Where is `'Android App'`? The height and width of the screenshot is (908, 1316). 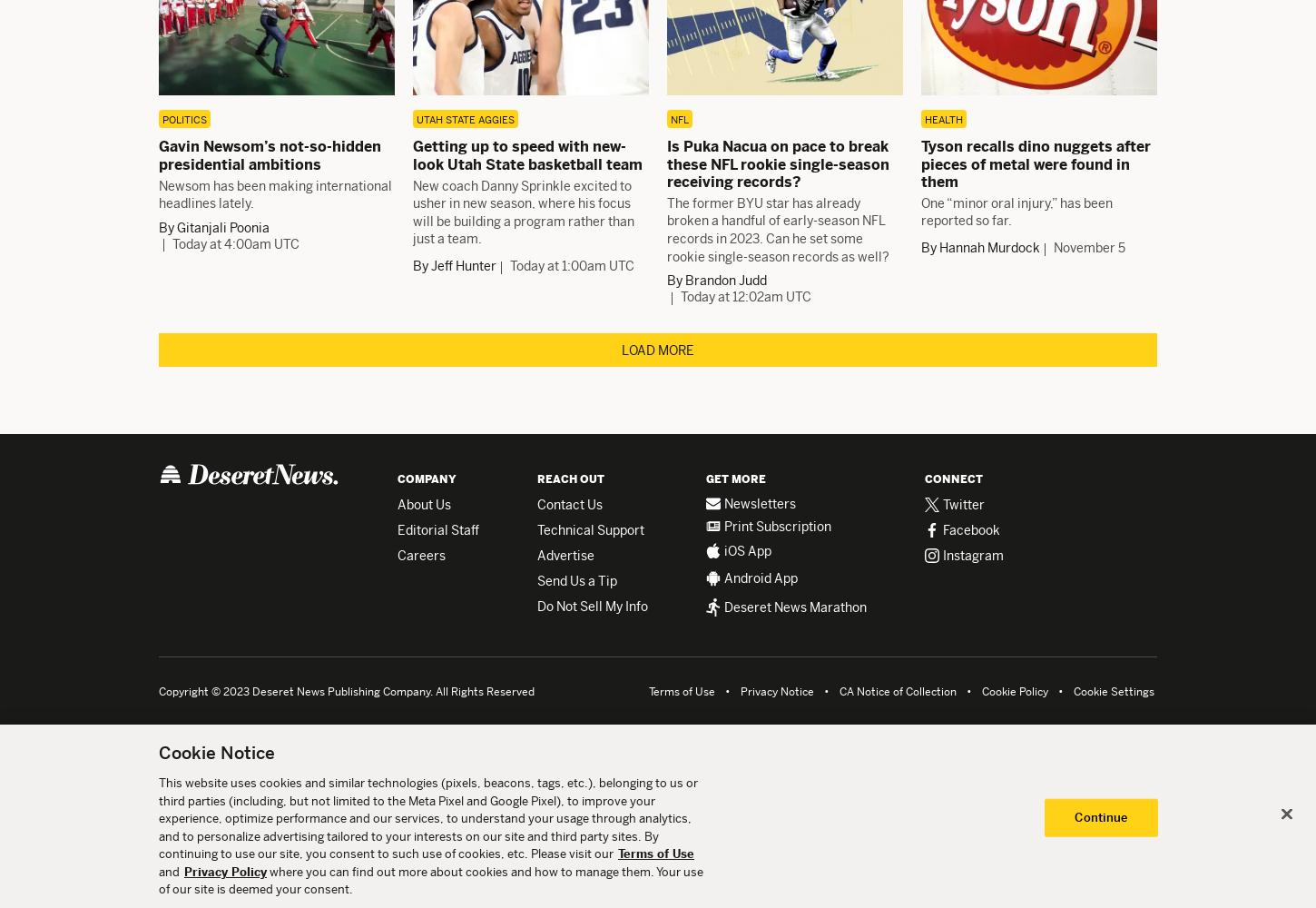
'Android App' is located at coordinates (761, 578).